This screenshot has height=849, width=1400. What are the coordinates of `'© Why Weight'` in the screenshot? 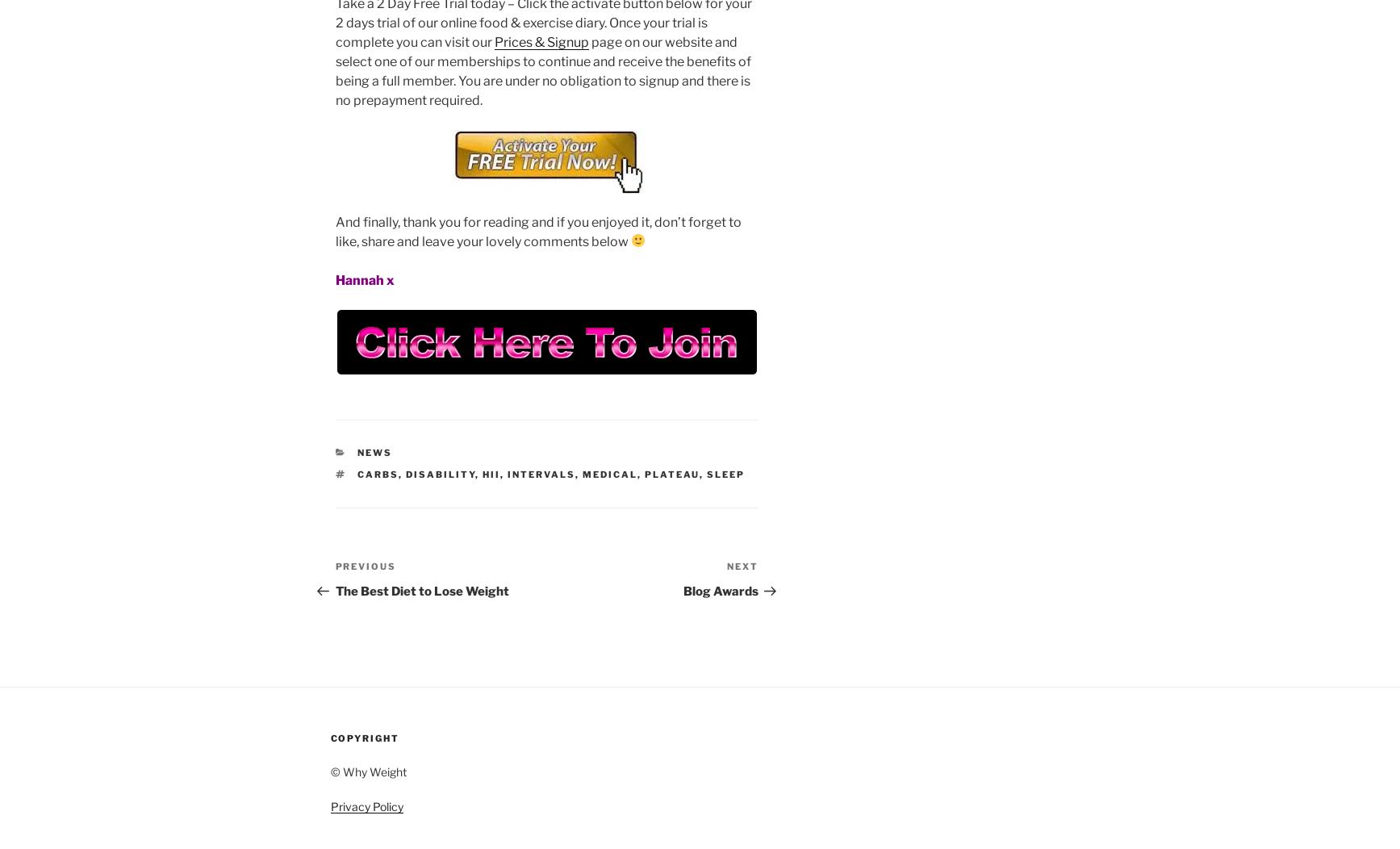 It's located at (367, 770).